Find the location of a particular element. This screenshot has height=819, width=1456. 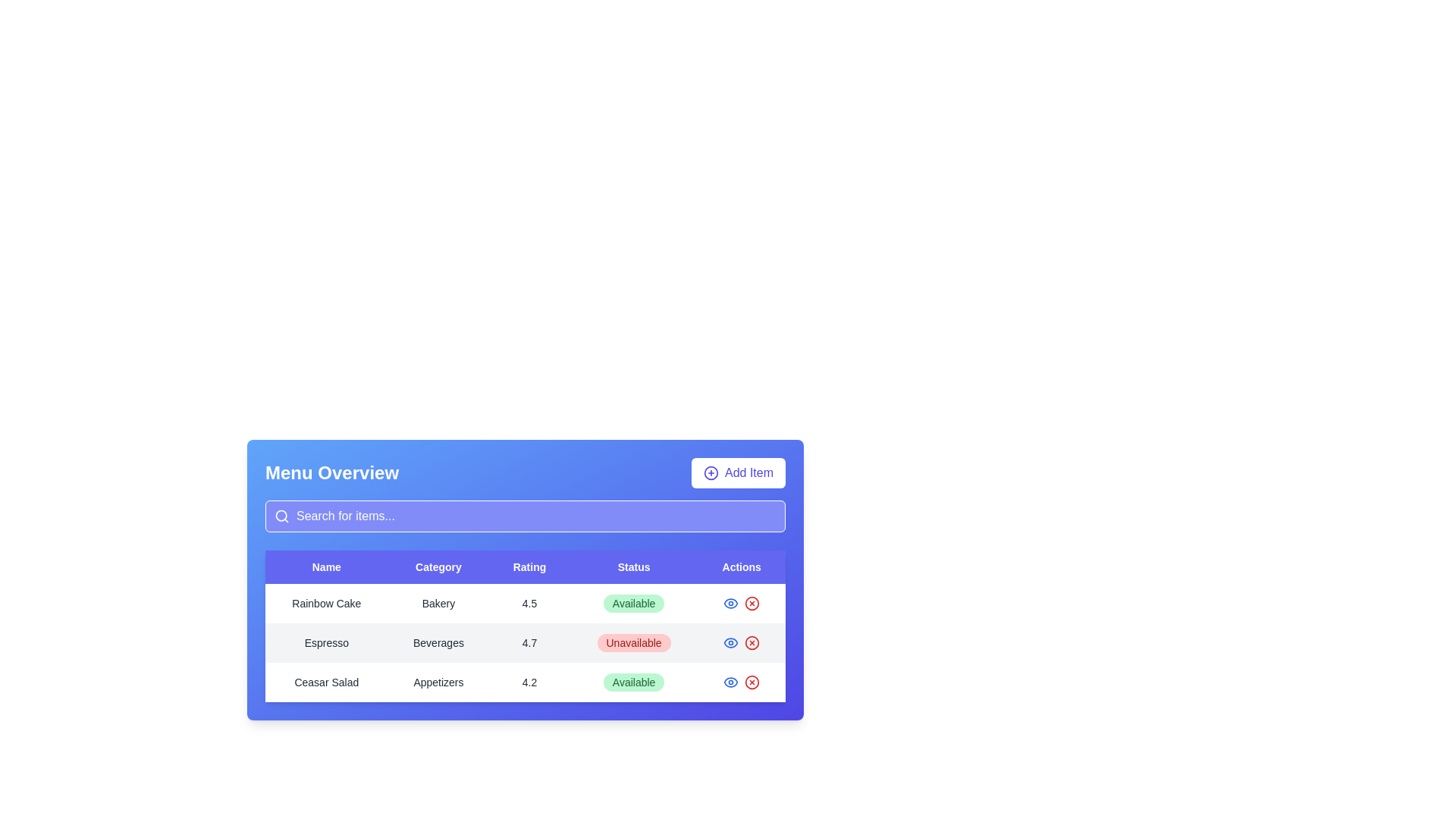

status text from the small, green, rounded button labeled 'Available' located in the status column of the 'Ceasar Salad' row in the table is located at coordinates (634, 681).